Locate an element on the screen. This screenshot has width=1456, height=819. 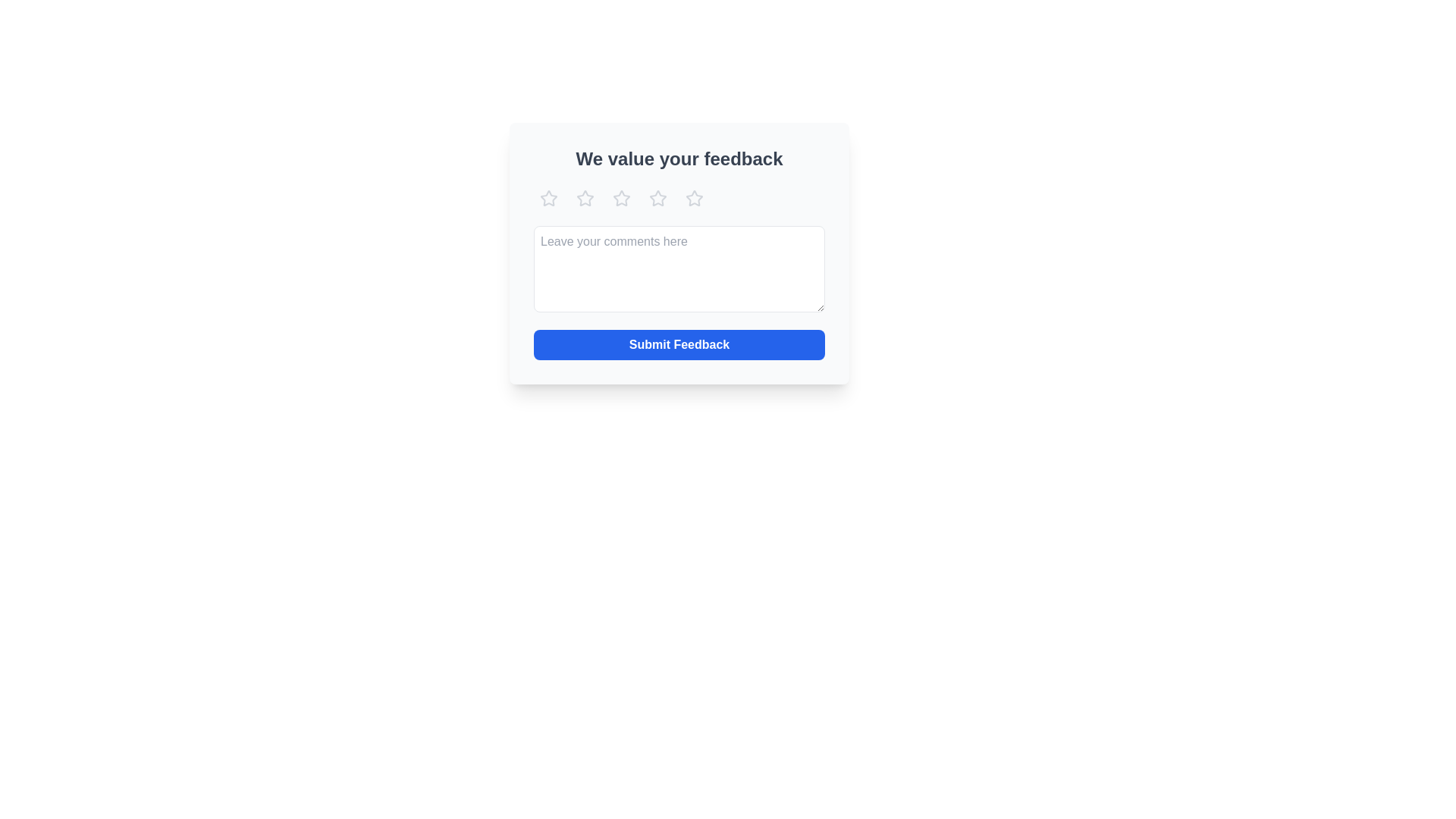
the second star-shaped rating icon, which is unfilled and styled with a thin outline, located below the heading 'We value your feedback' and above the comments input box is located at coordinates (622, 198).